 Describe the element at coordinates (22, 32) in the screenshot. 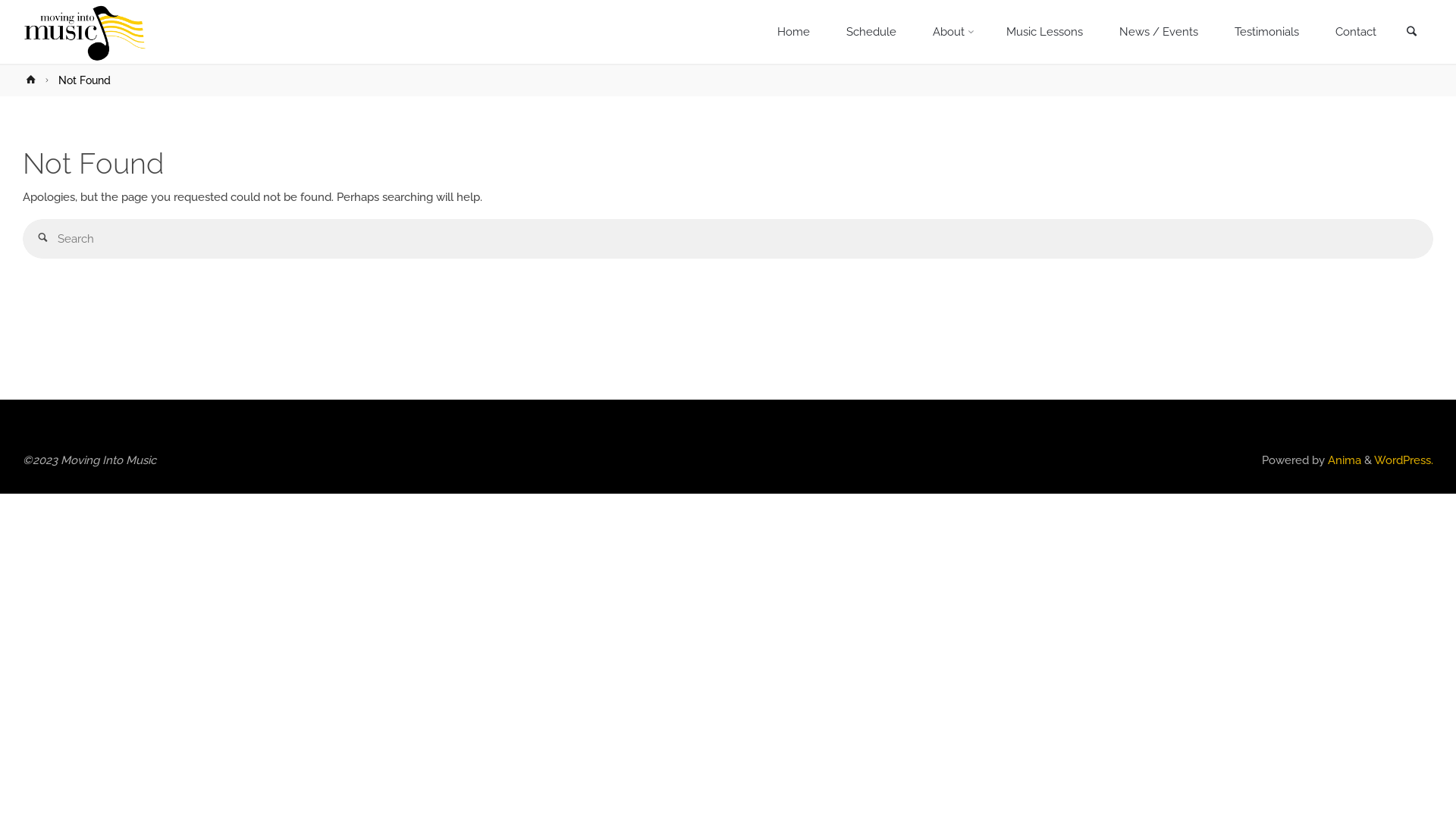

I see `'Moving Into Music'` at that location.